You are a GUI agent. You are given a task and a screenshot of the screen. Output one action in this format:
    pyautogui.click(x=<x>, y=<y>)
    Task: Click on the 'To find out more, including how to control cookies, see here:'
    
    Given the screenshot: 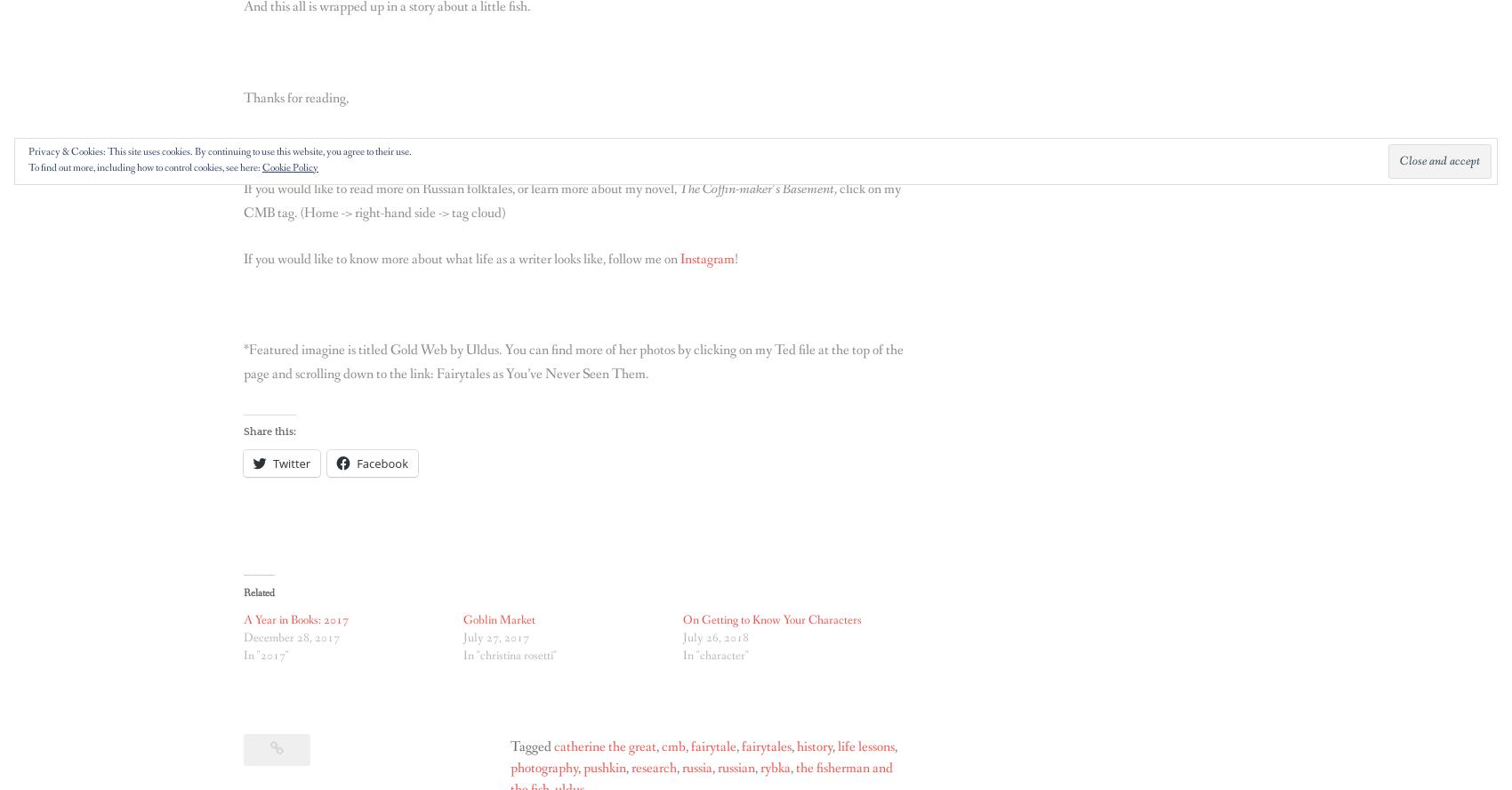 What is the action you would take?
    pyautogui.click(x=28, y=166)
    